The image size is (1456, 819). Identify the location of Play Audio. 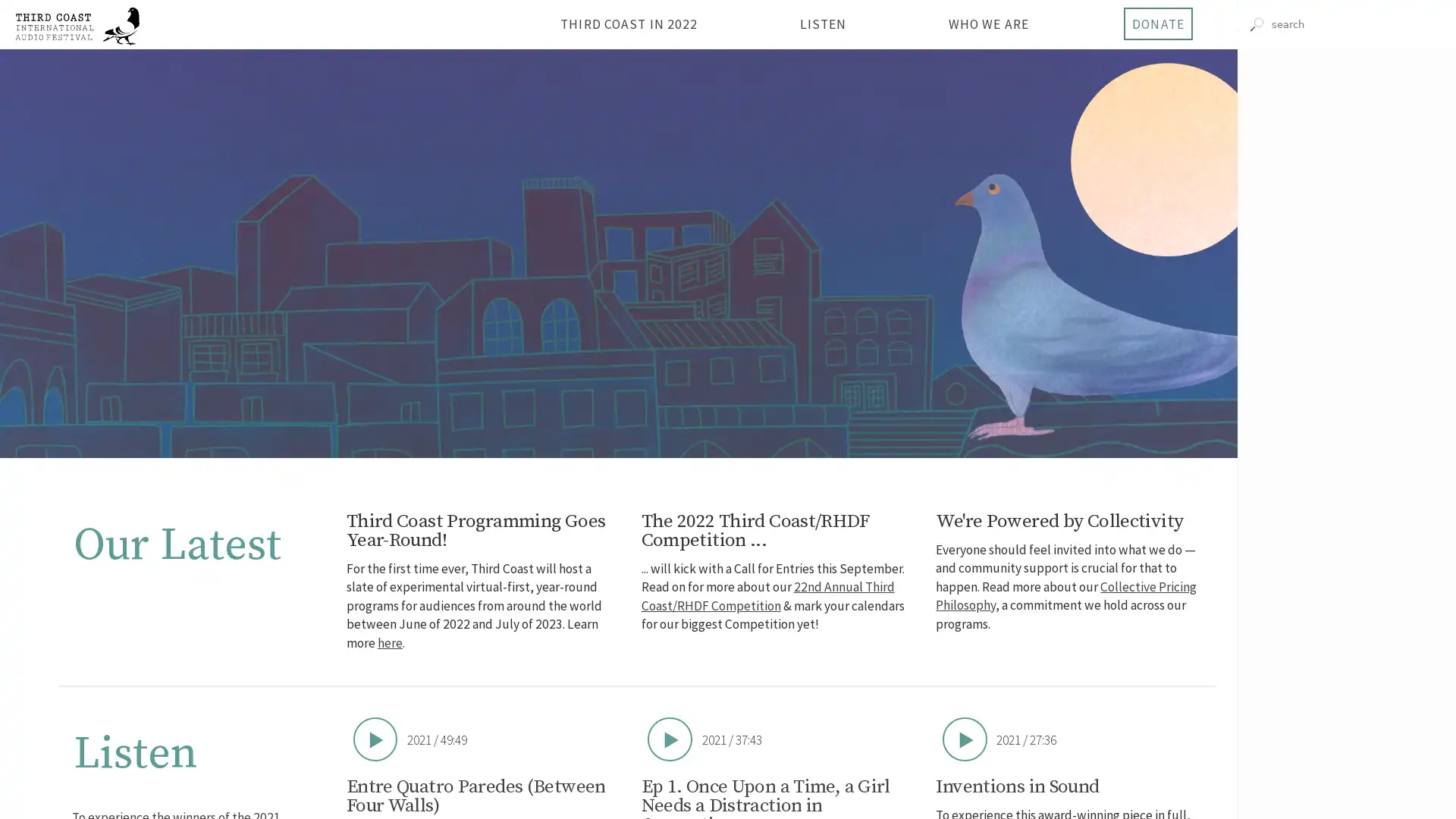
(1347, 158).